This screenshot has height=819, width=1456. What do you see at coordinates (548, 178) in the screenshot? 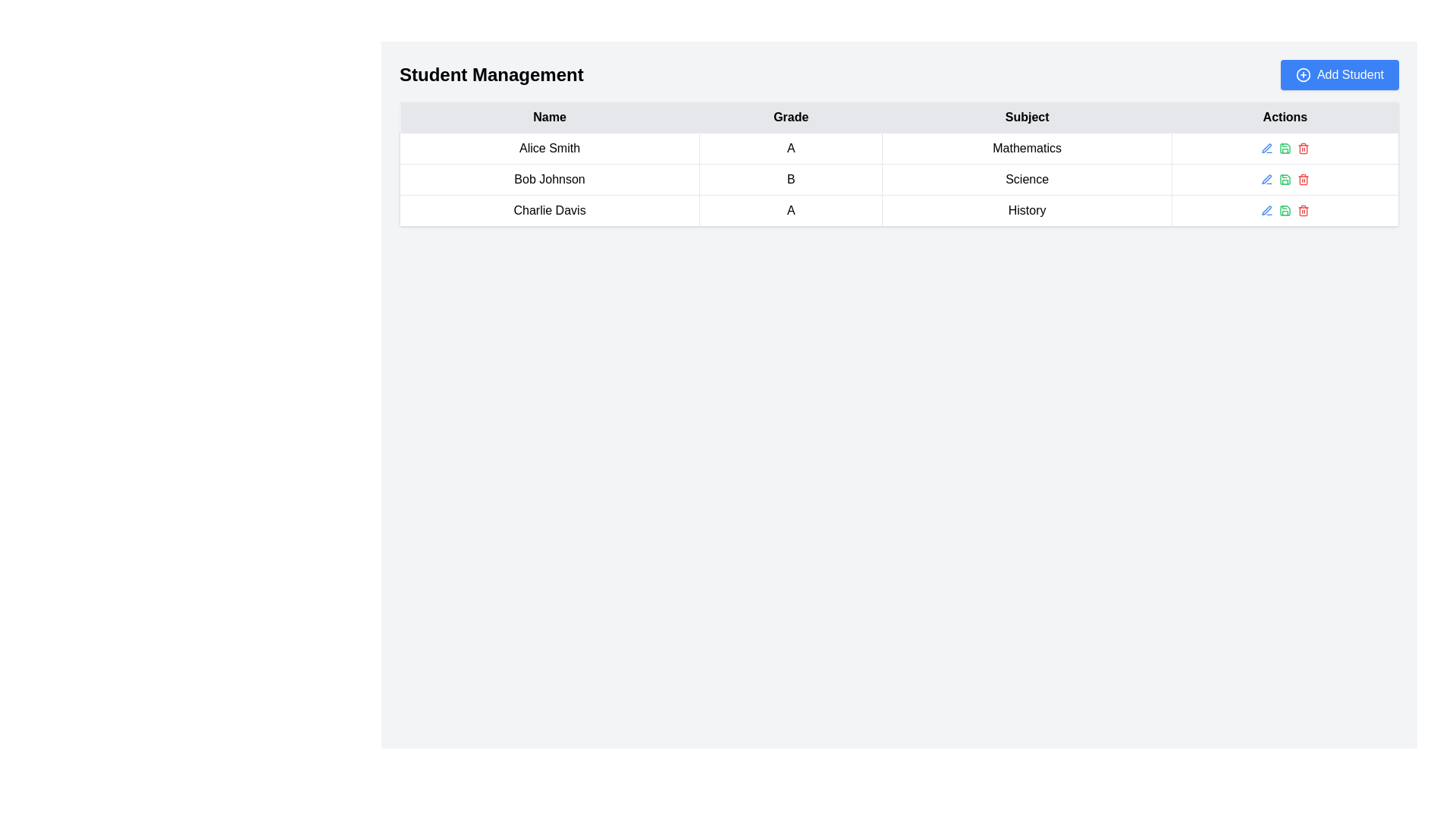
I see `text content of the Text Display Field displaying 'Bob Johnson' in the second row of the 'Student Management' table` at bounding box center [548, 178].